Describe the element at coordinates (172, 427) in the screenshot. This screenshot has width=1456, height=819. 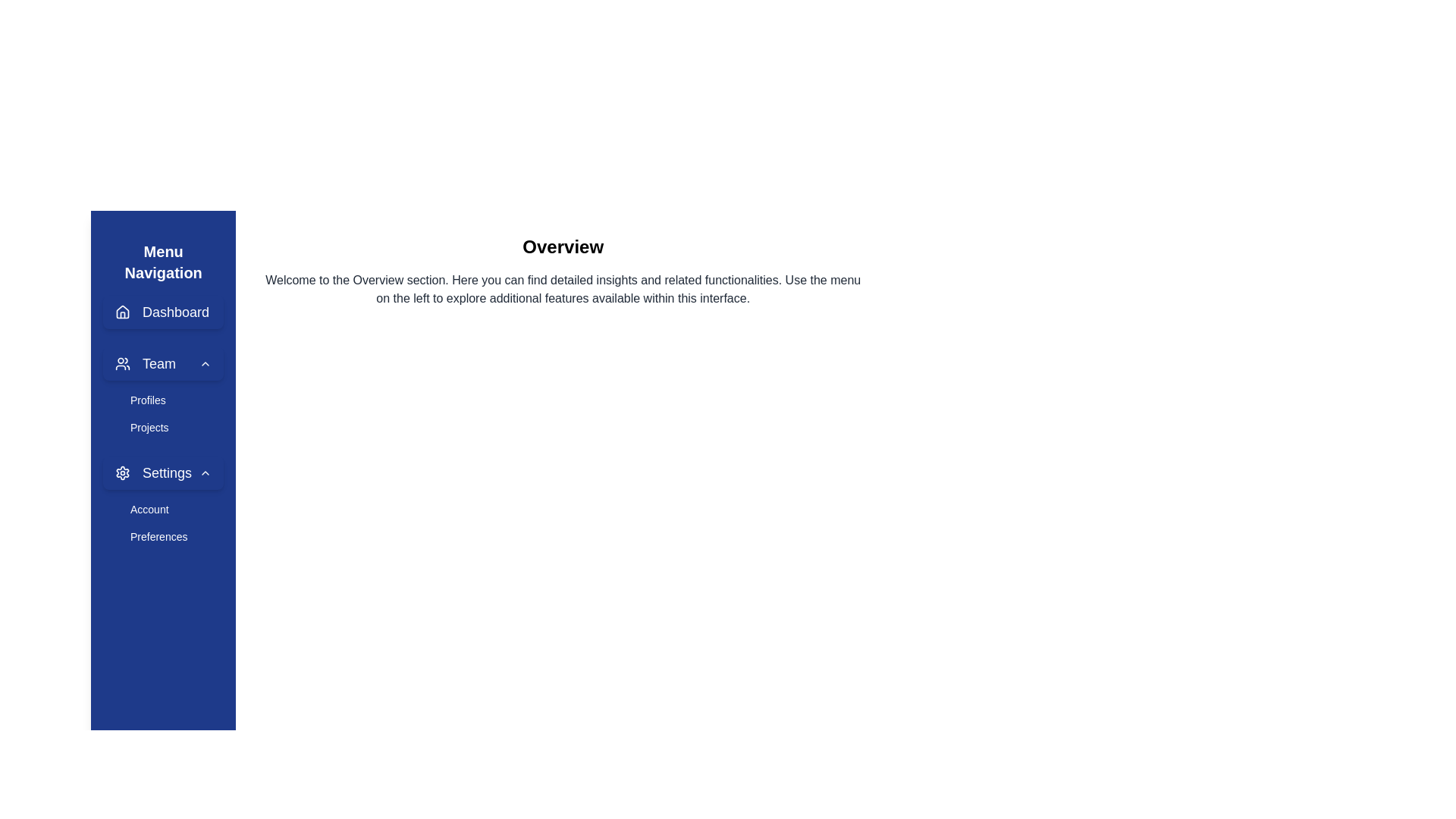
I see `the 'Projects' navigation link located in the vertical menu on the left side, directly below the 'Profiles' item` at that location.